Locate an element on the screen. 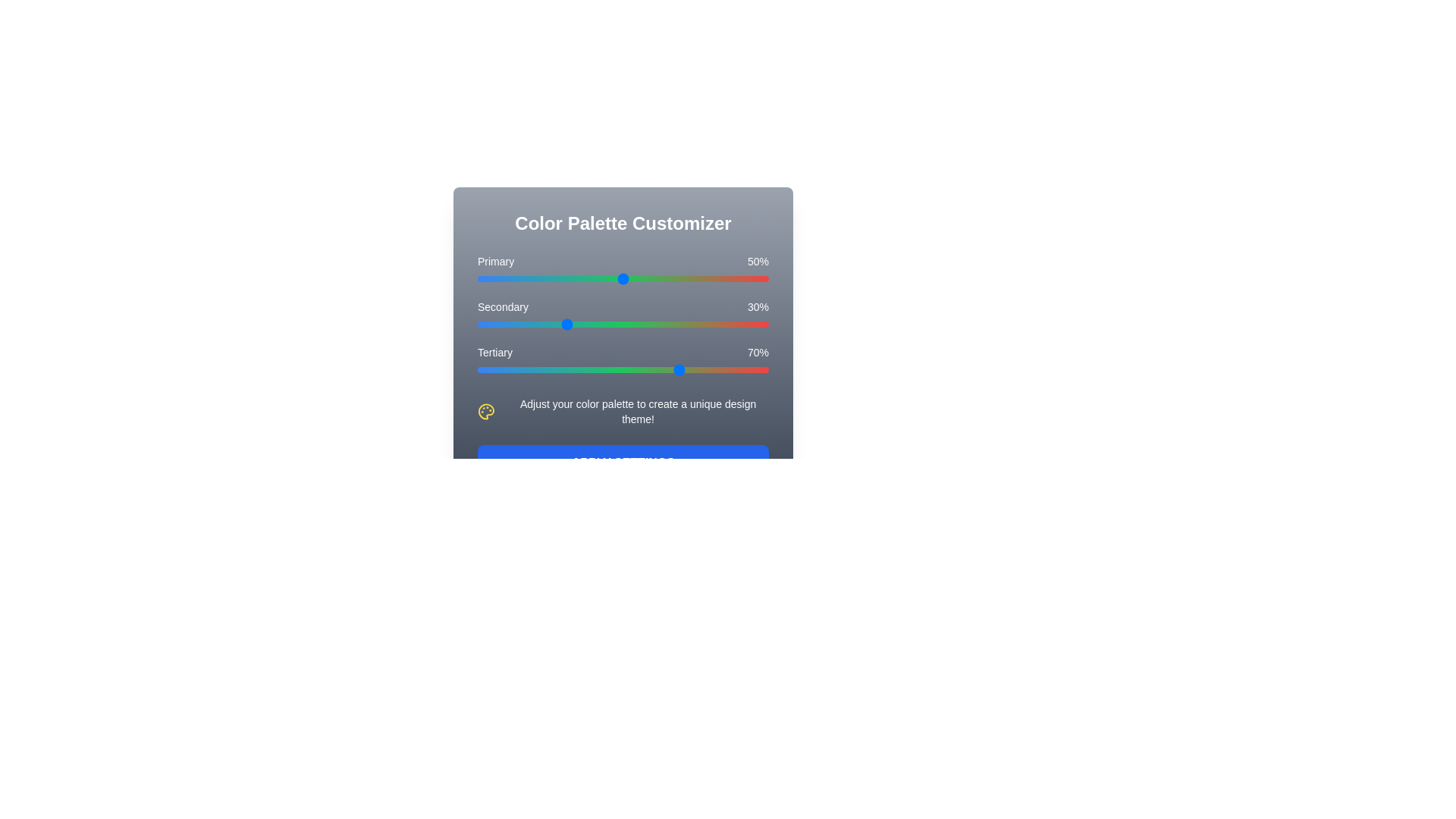 This screenshot has width=1456, height=819. the 'Secondary' text label, which is styled with capitalization and located next to a slider and a percentage value '30%' on a gradient background is located at coordinates (503, 307).